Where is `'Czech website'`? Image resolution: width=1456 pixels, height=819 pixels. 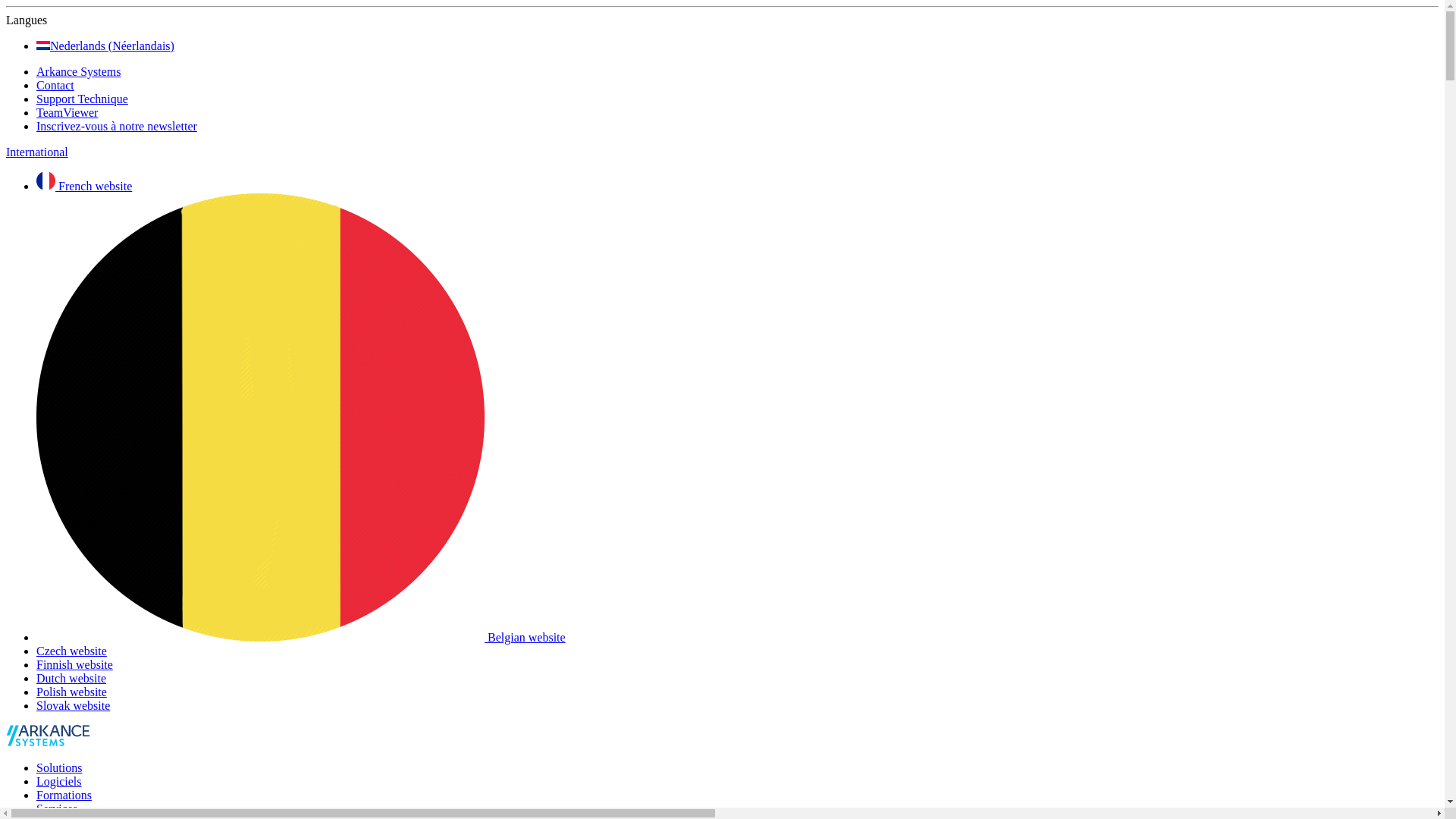 'Czech website' is located at coordinates (71, 650).